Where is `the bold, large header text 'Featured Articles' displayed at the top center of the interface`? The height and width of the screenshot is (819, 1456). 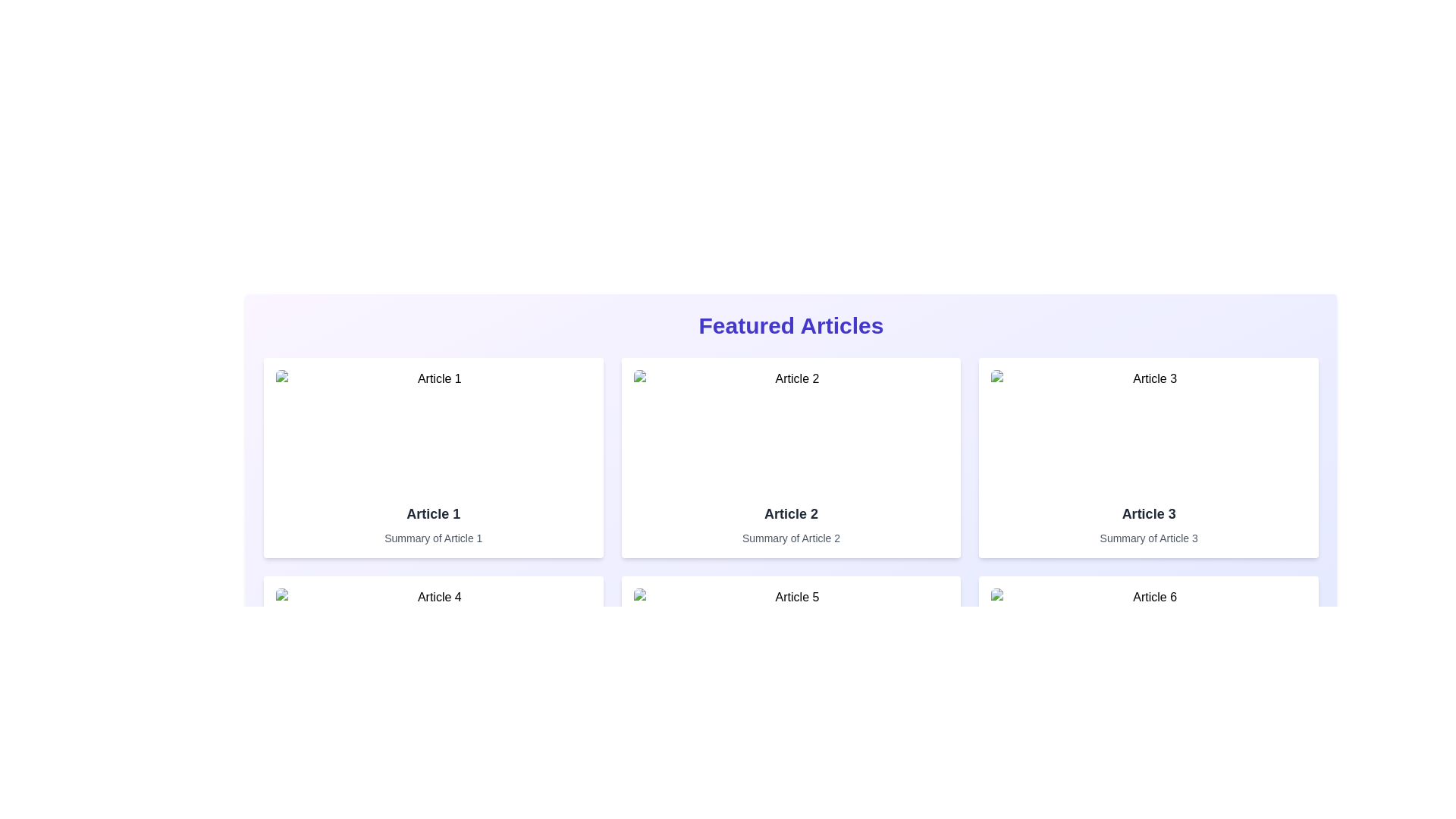
the bold, large header text 'Featured Articles' displayed at the top center of the interface is located at coordinates (790, 325).